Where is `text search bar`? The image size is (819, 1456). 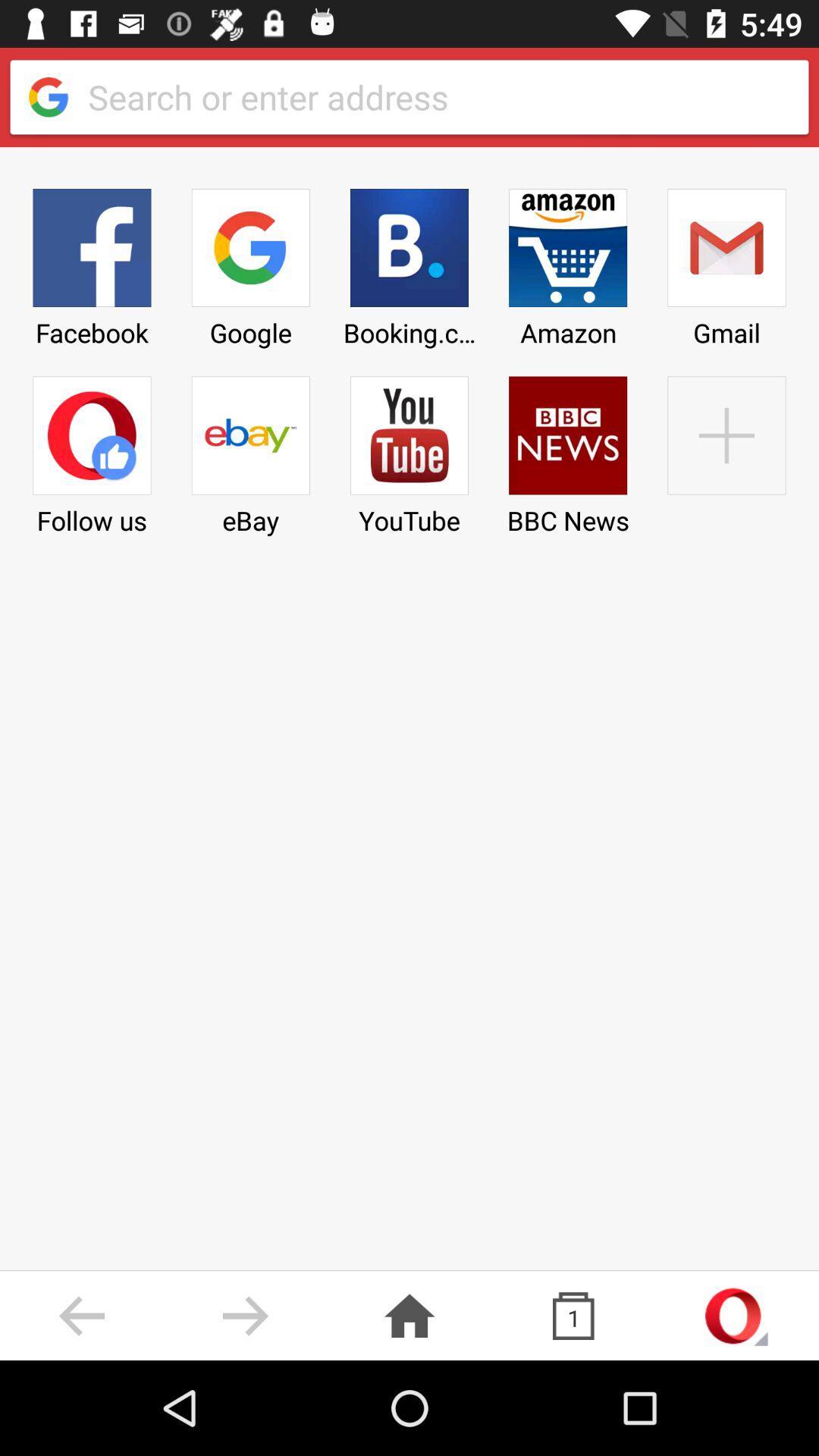
text search bar is located at coordinates (435, 96).